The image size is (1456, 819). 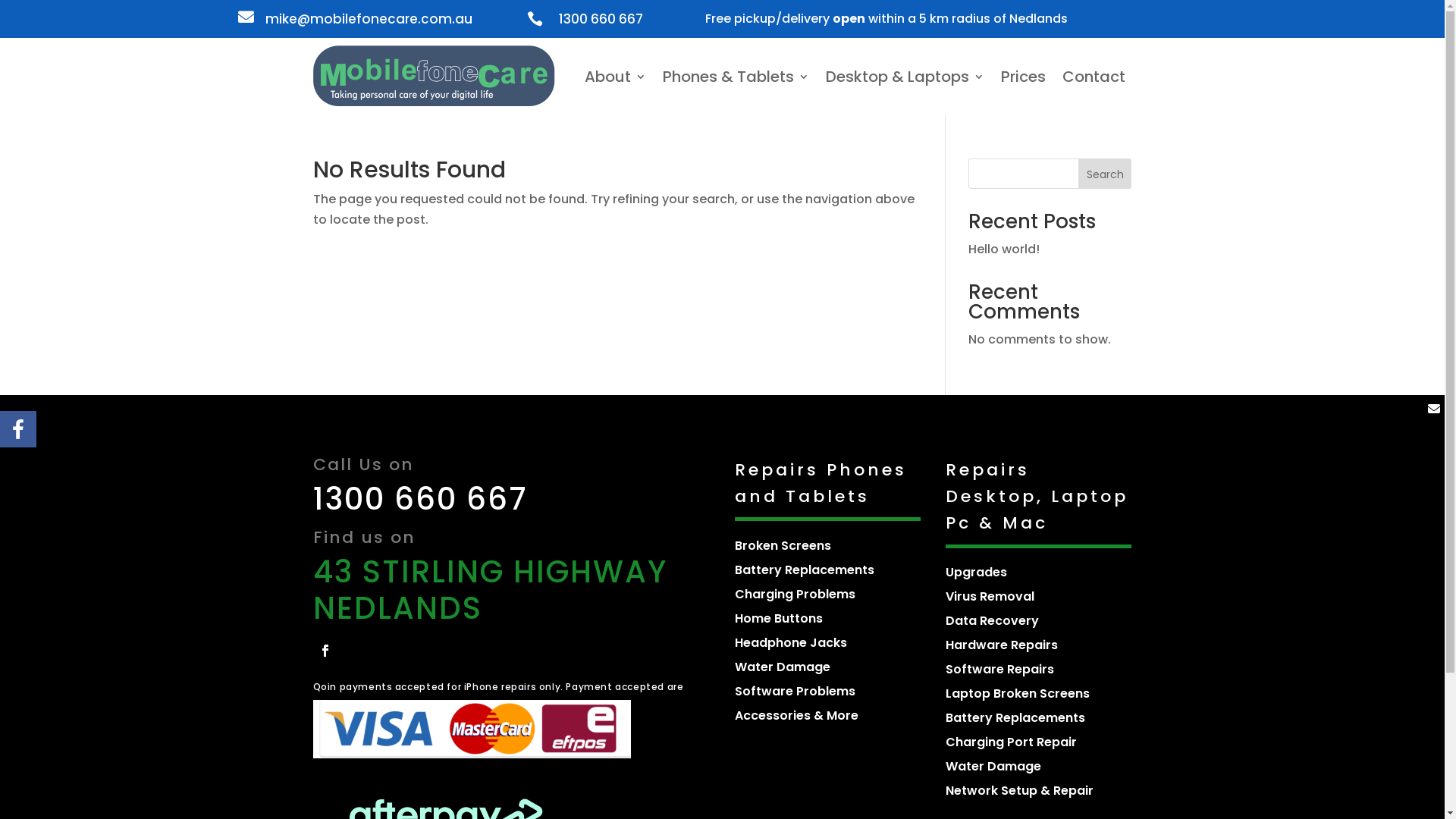 I want to click on 'Software Repairs', so click(x=945, y=668).